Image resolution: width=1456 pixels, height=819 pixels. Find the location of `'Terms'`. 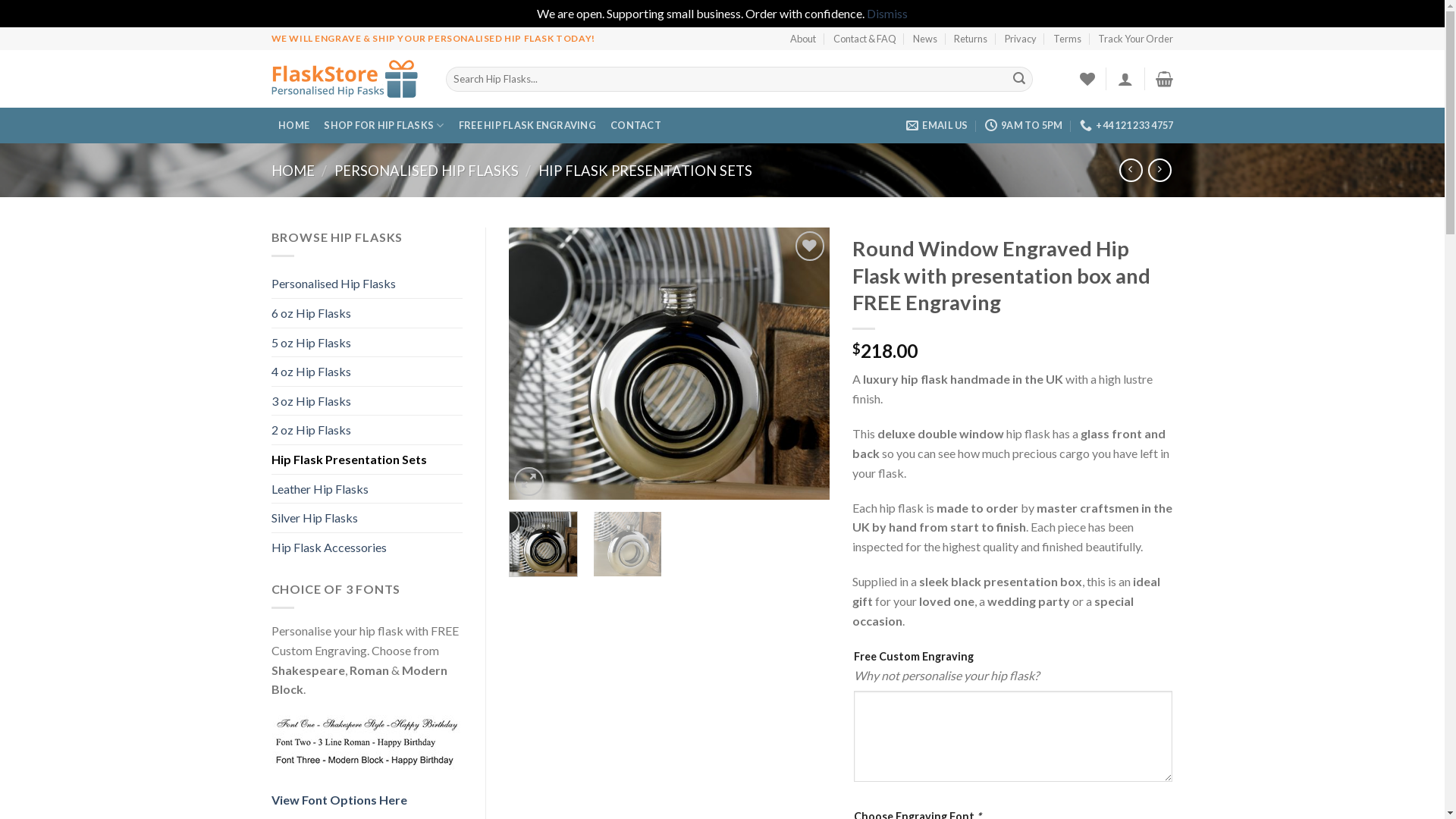

'Terms' is located at coordinates (1066, 37).